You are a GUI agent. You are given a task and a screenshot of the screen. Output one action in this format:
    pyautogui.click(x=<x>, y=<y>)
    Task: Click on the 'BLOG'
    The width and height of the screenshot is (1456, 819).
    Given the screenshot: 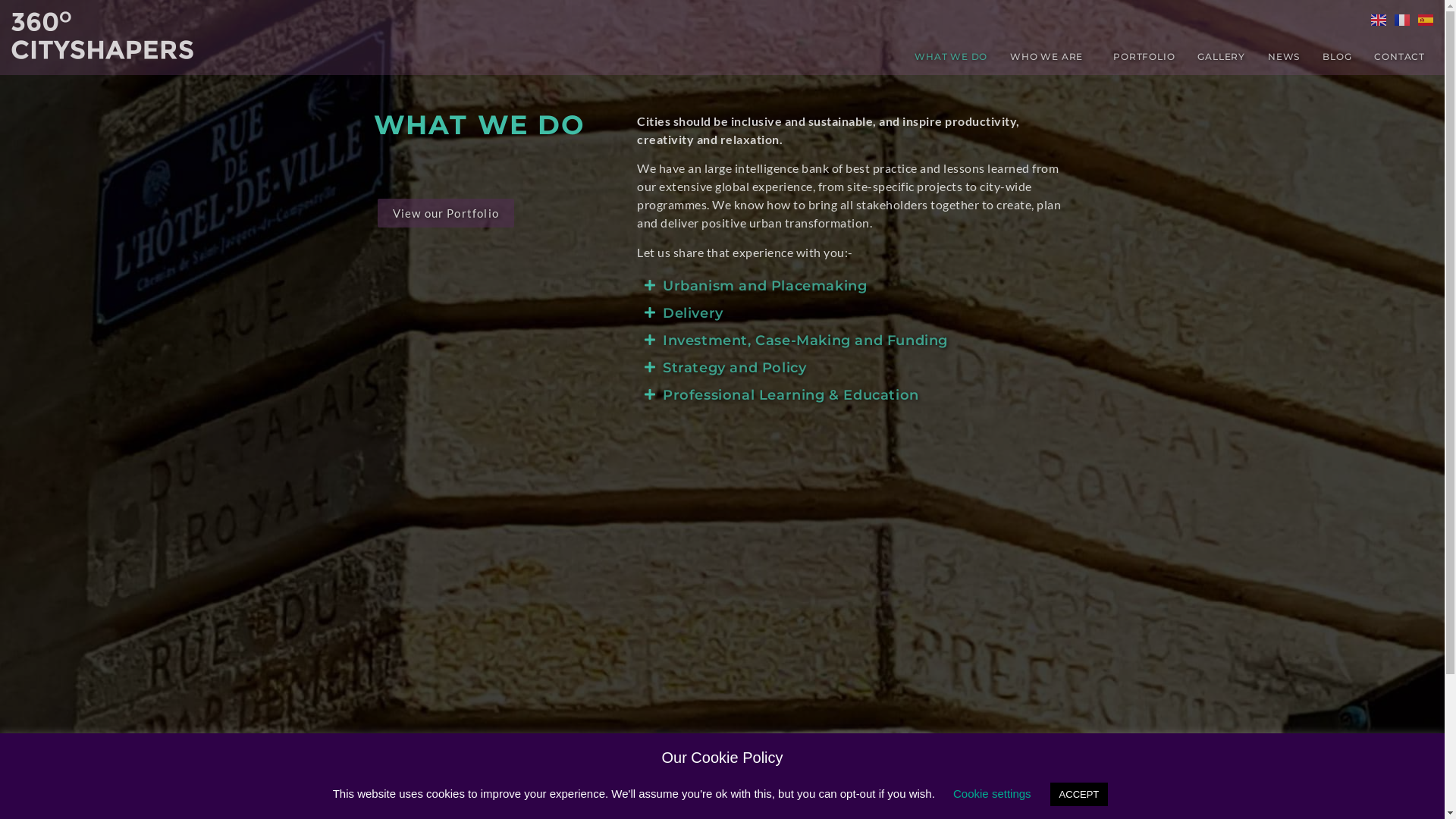 What is the action you would take?
    pyautogui.click(x=1321, y=55)
    